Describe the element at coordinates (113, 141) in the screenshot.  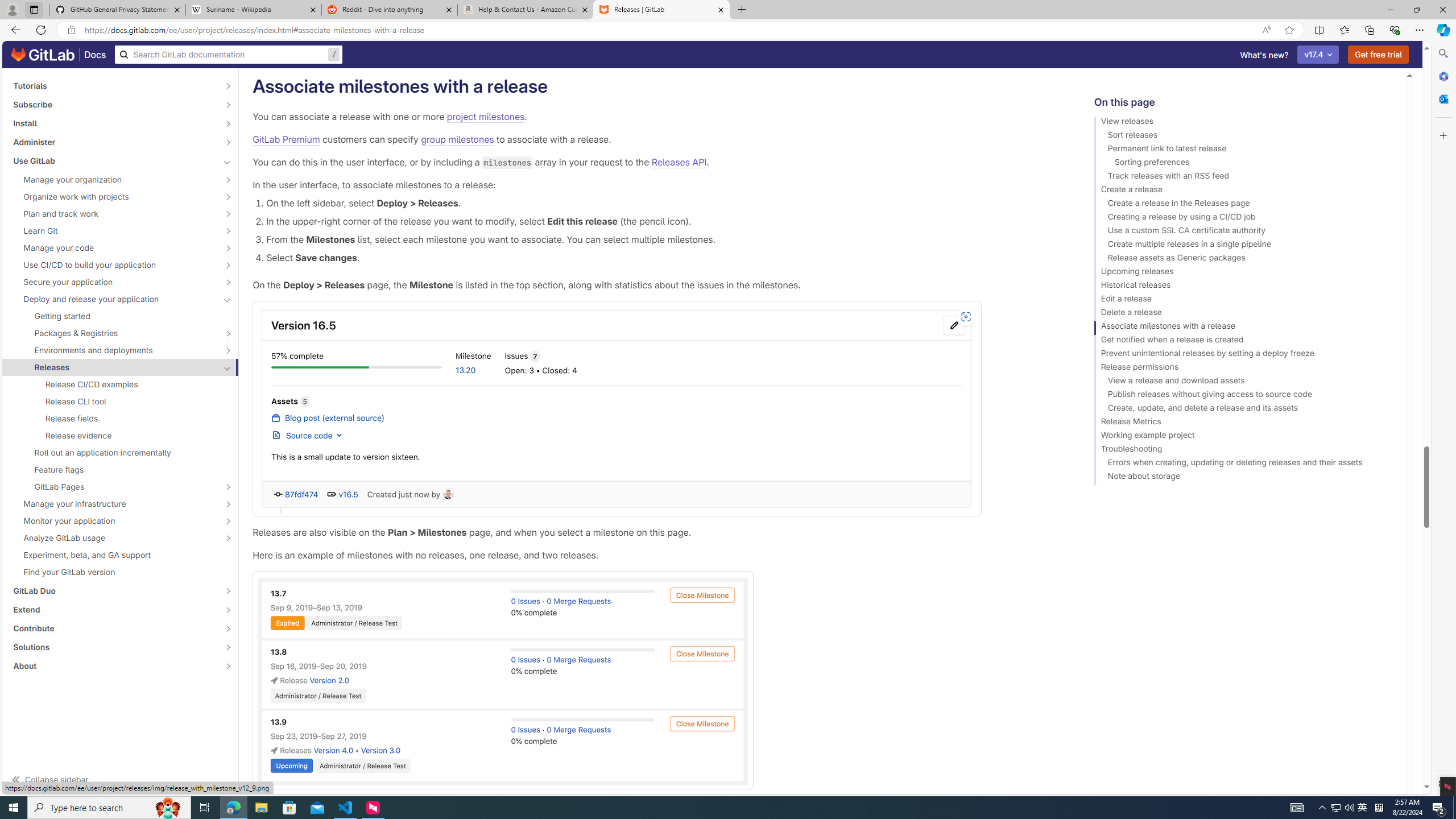
I see `'Administer'` at that location.